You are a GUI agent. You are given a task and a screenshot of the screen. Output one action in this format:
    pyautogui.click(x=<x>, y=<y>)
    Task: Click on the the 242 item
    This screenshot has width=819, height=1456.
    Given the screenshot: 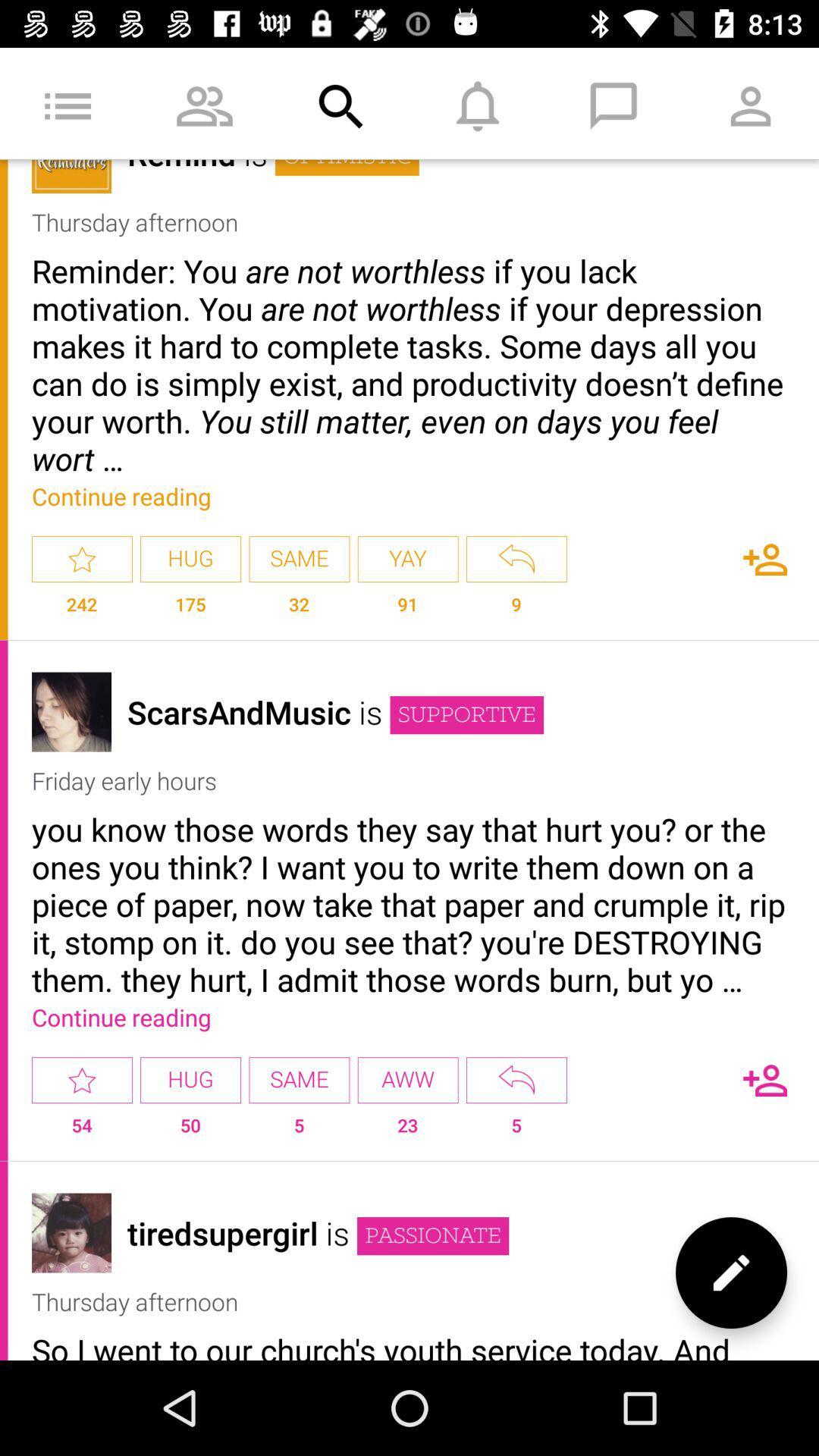 What is the action you would take?
    pyautogui.click(x=82, y=610)
    